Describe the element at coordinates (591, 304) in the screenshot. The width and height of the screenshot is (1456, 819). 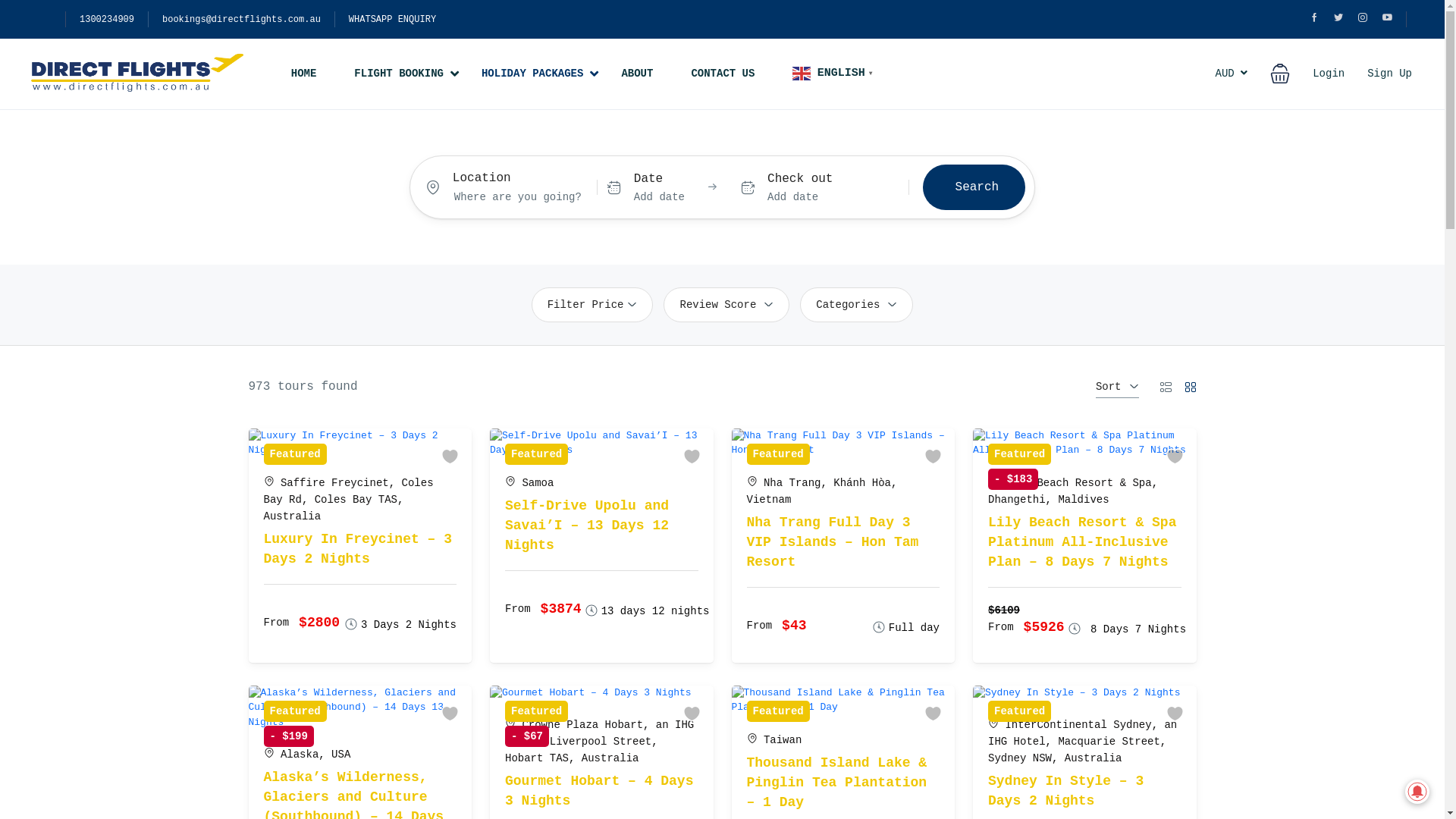
I see `'Filter Price'` at that location.